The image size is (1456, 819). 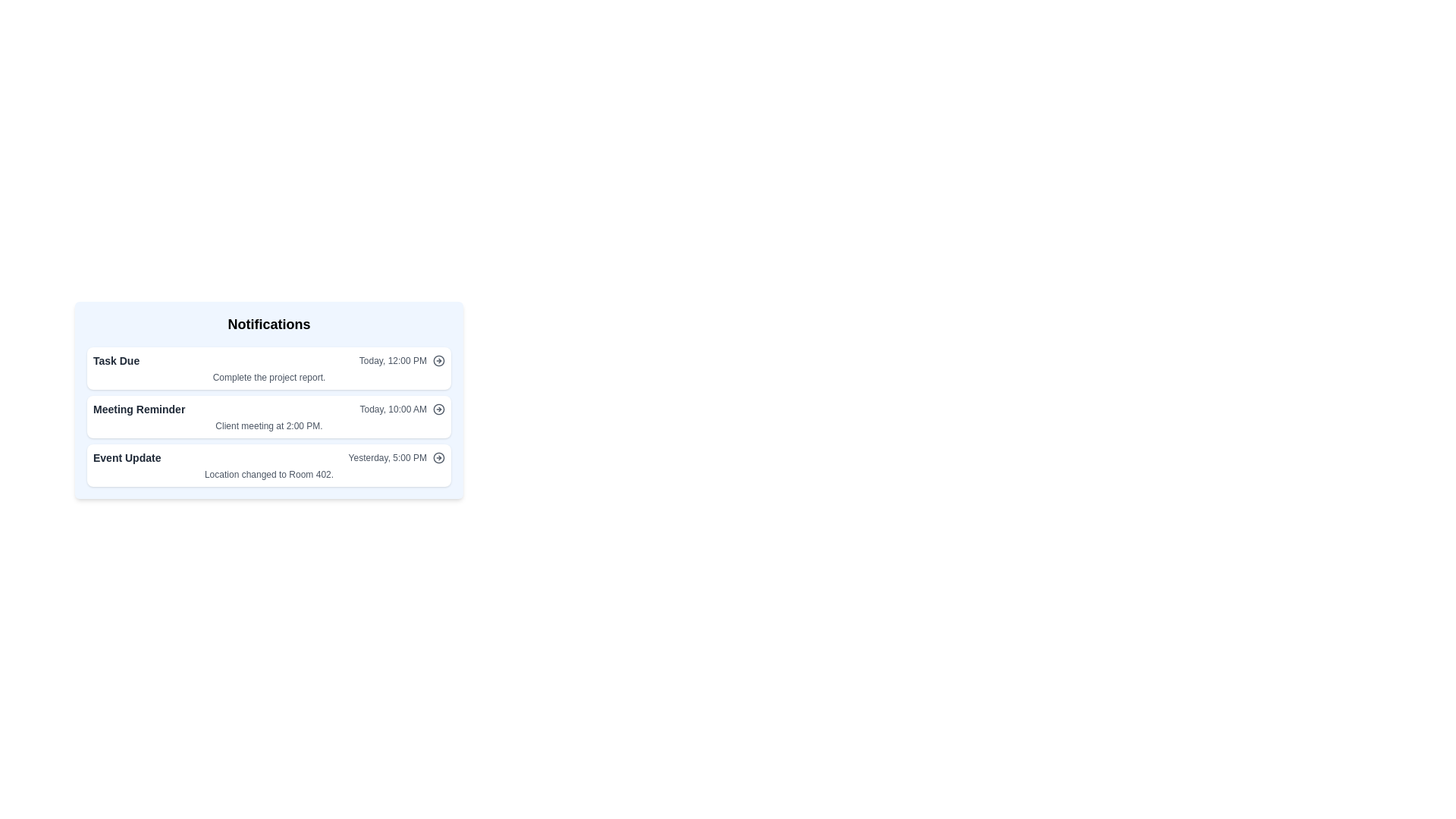 I want to click on timestamp label with an icon located in the bottom-right of the 'Event Update' notification row within the 'Notifications' panel, so click(x=397, y=457).